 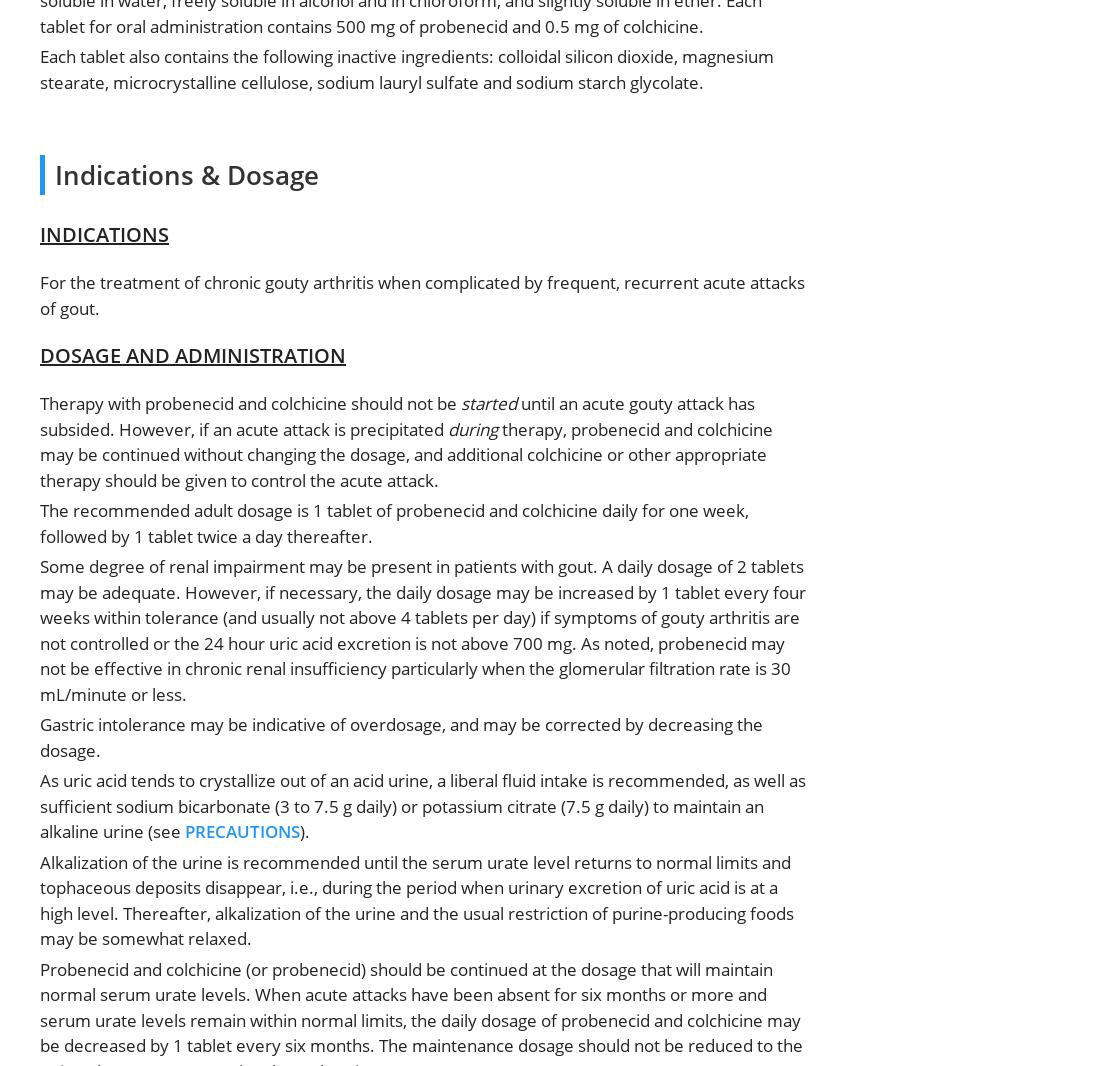 I want to click on 'until an 
  acute gouty attack has subsided. However, if an acute attack is precipitated', so click(x=396, y=415).